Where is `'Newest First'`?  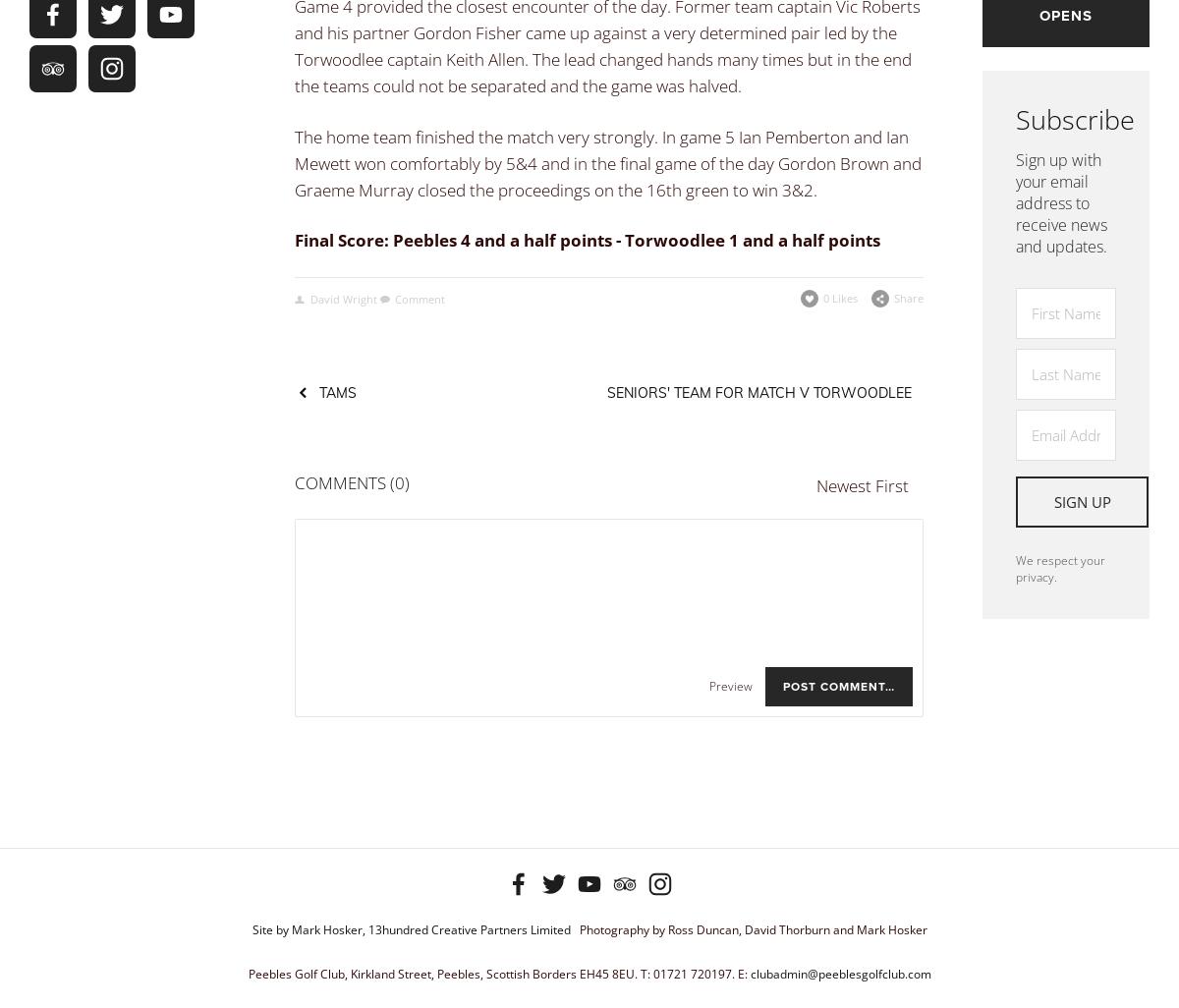
'Newest First' is located at coordinates (815, 483).